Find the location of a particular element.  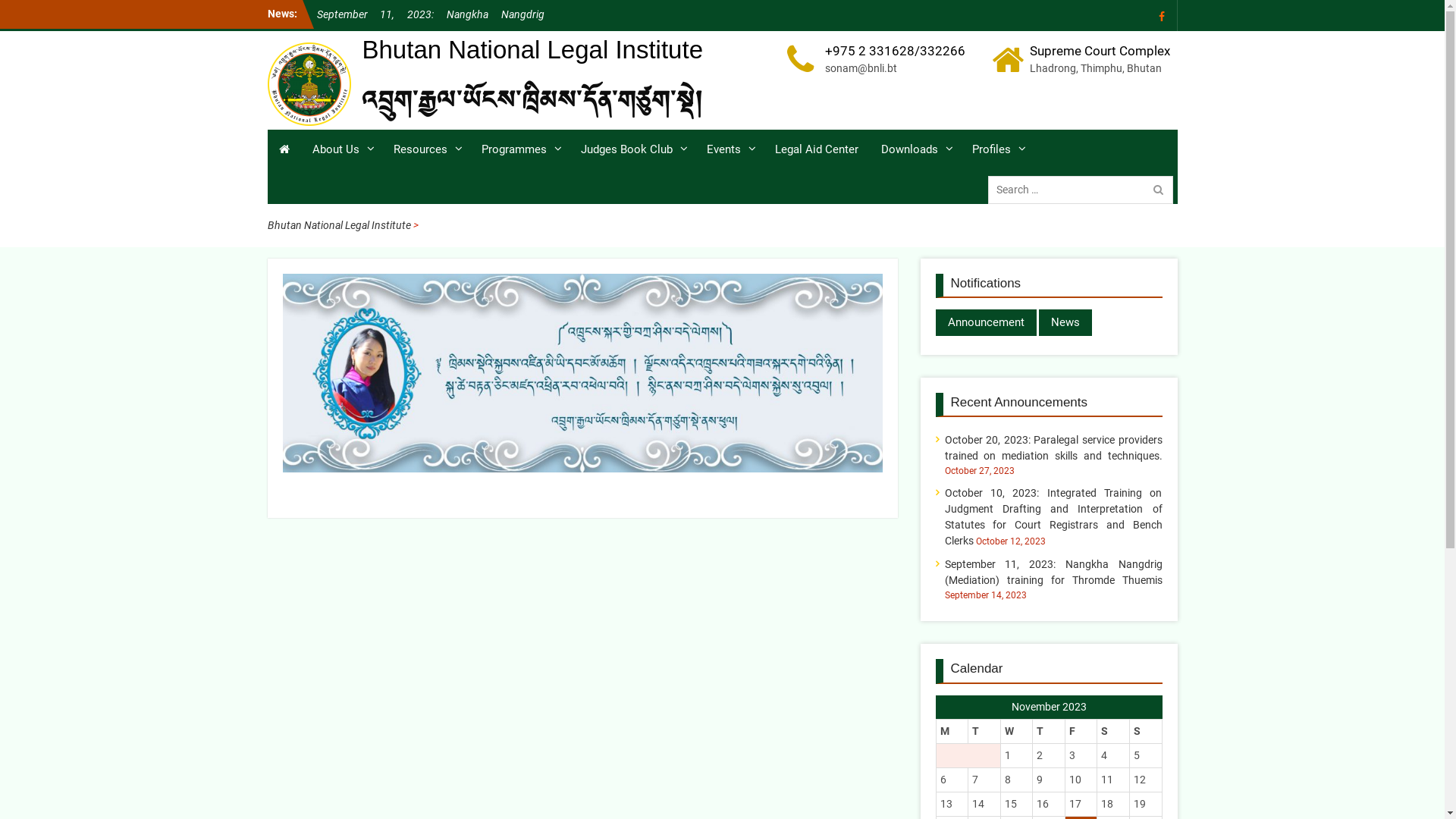

'Facebook' is located at coordinates (1161, 15).